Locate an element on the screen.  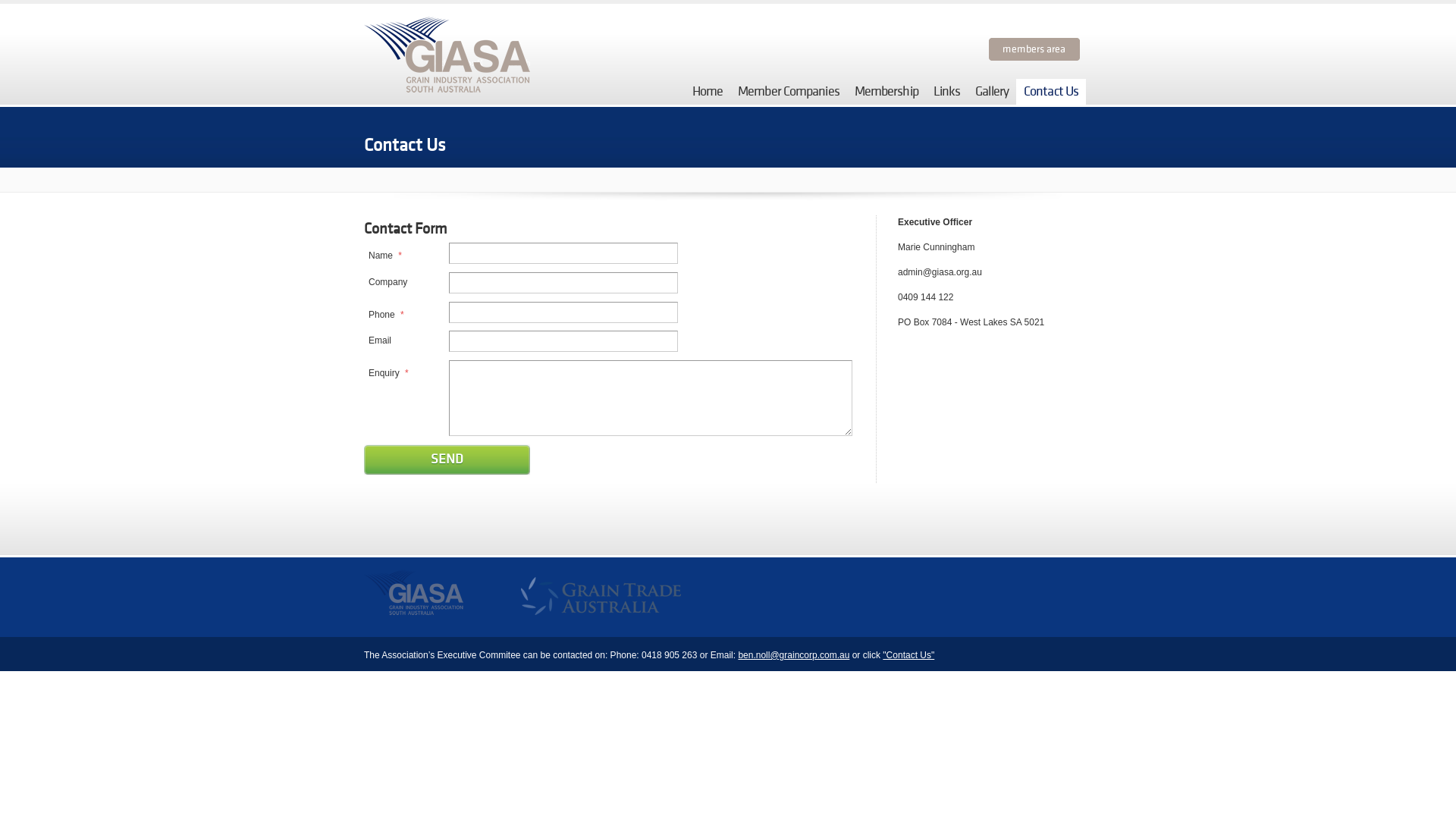
'Members Area' is located at coordinates (1033, 49).